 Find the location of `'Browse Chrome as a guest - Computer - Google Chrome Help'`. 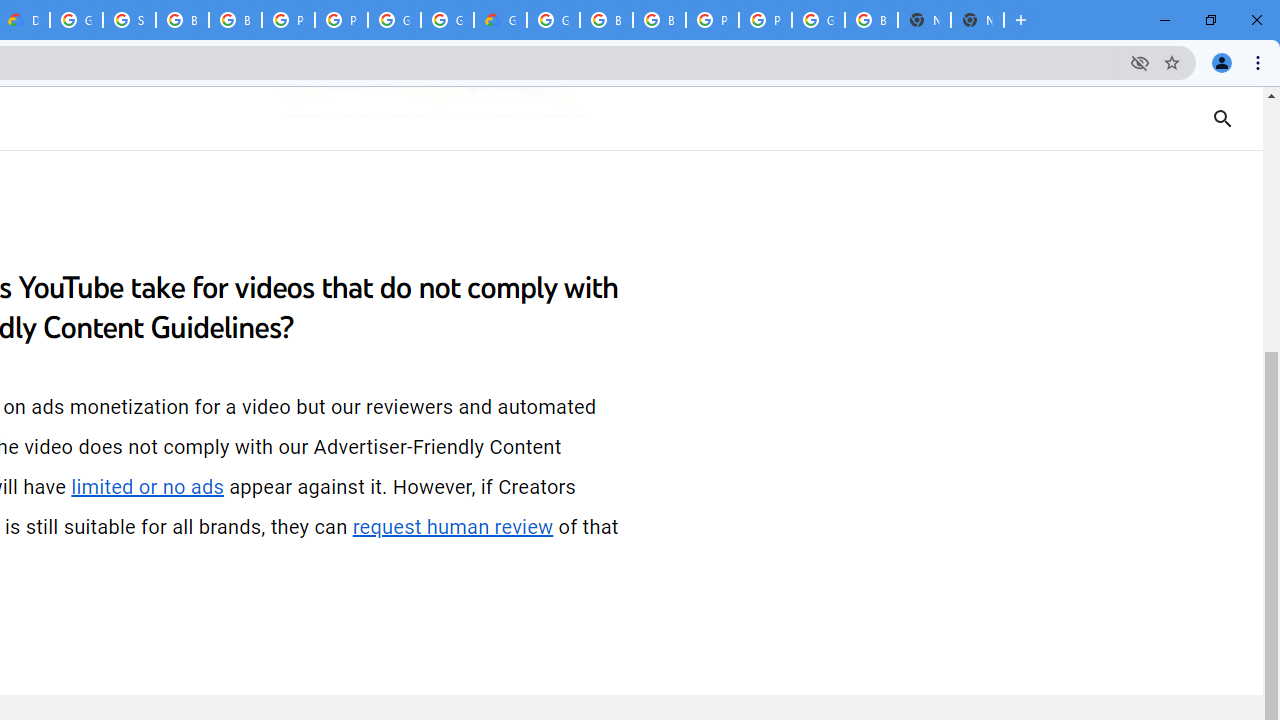

'Browse Chrome as a guest - Computer - Google Chrome Help' is located at coordinates (235, 20).